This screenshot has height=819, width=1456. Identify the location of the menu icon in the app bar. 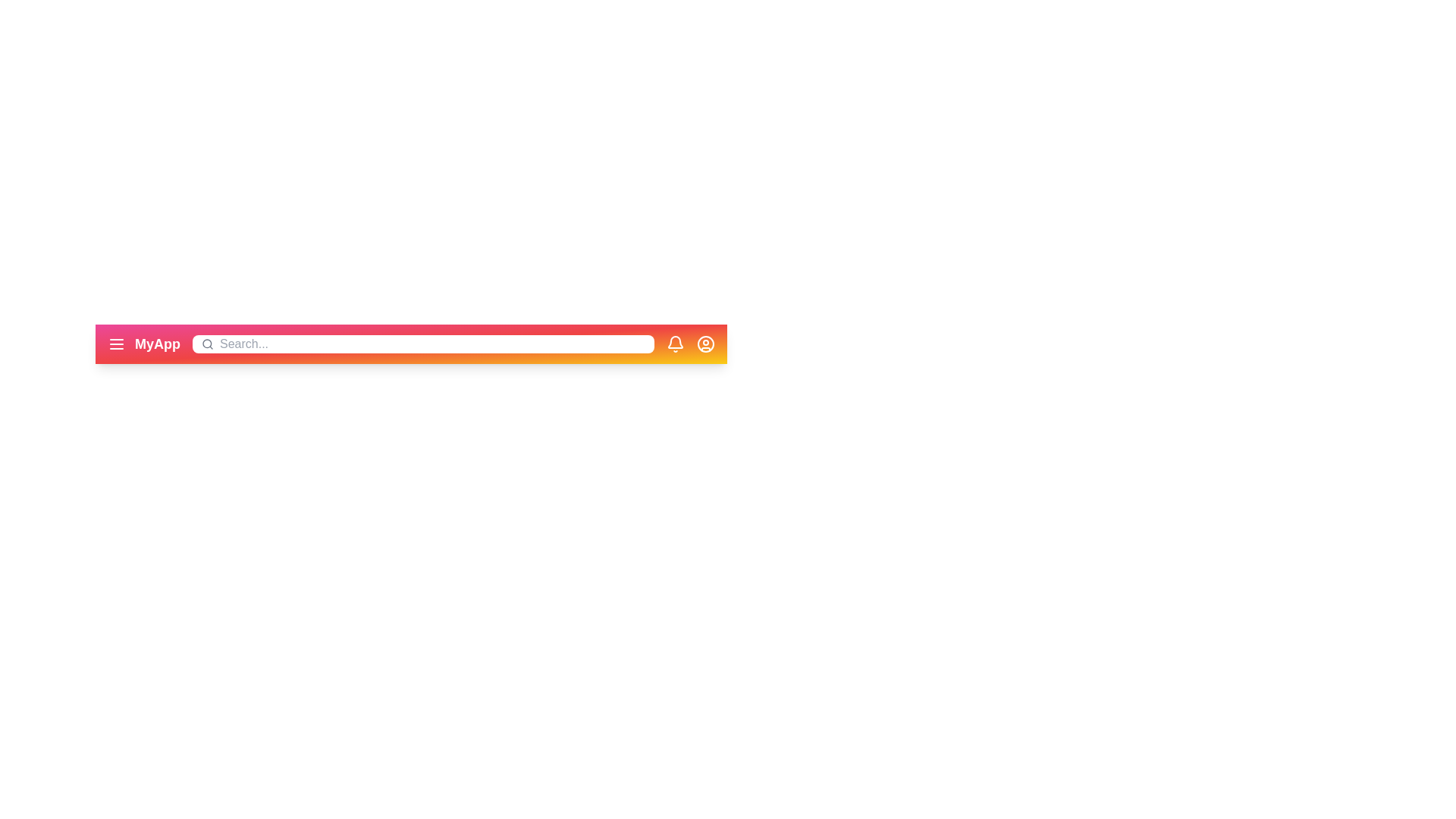
(115, 344).